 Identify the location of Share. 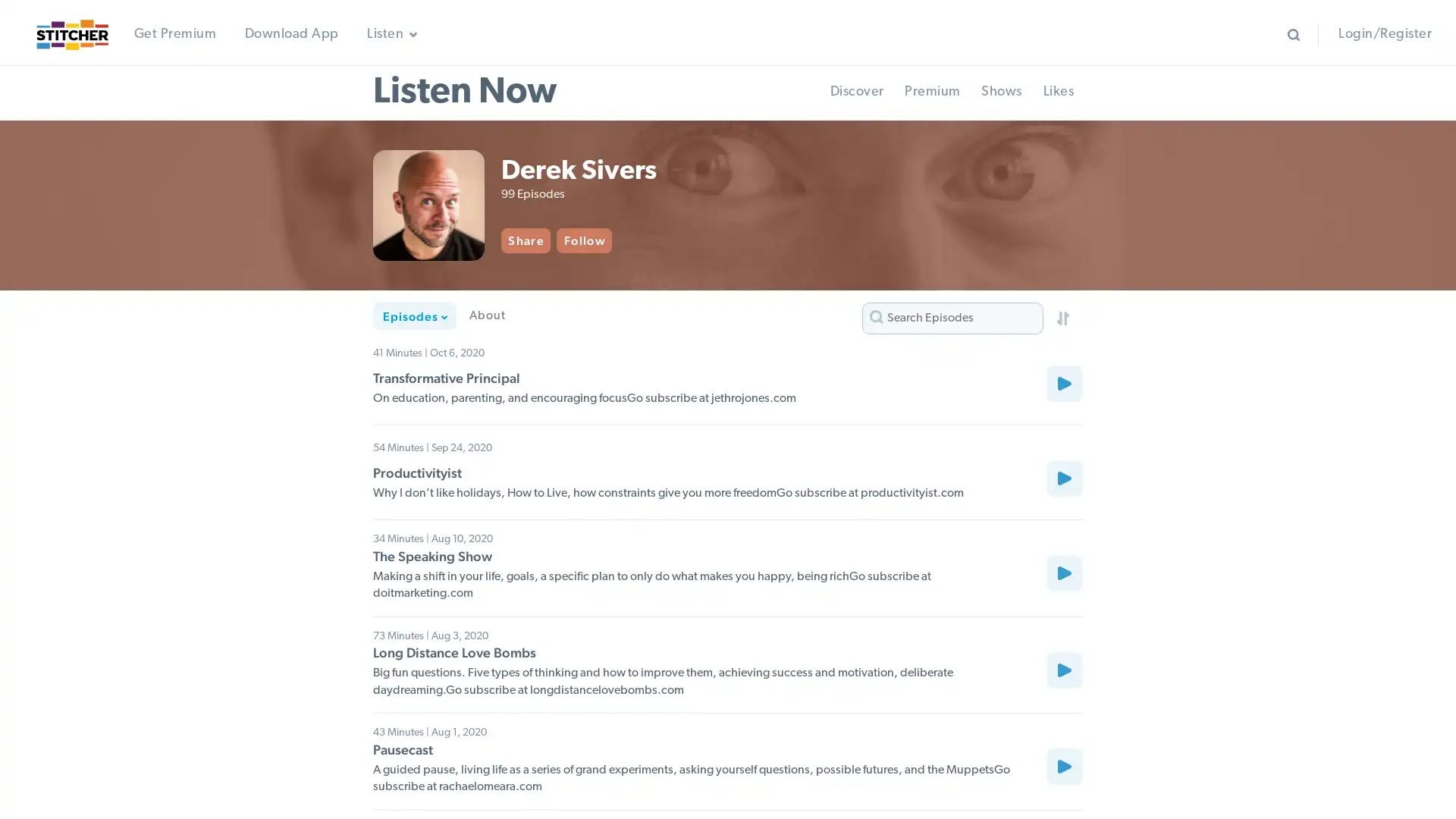
(547, 239).